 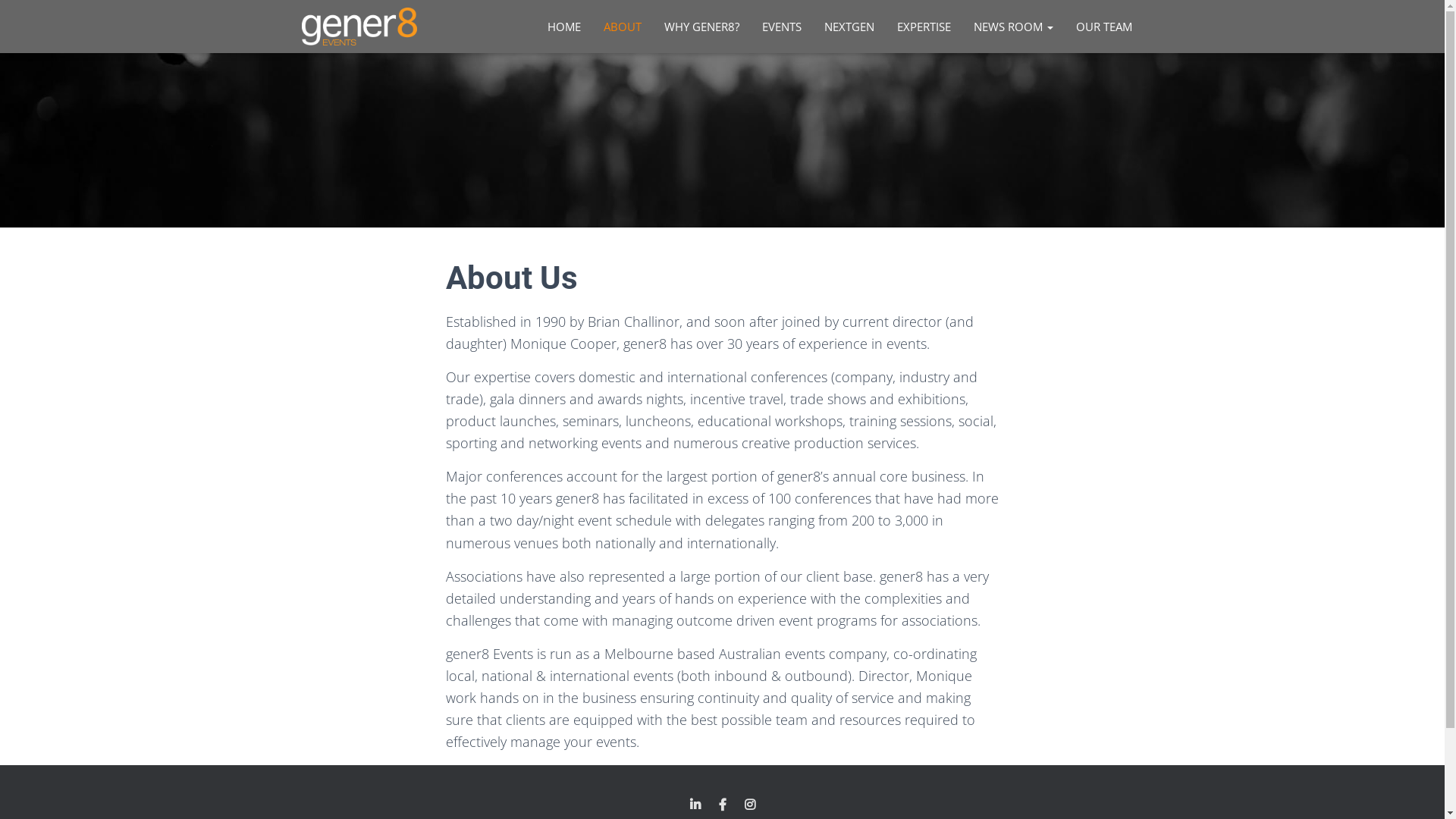 What do you see at coordinates (590, 26) in the screenshot?
I see `'ABOUT'` at bounding box center [590, 26].